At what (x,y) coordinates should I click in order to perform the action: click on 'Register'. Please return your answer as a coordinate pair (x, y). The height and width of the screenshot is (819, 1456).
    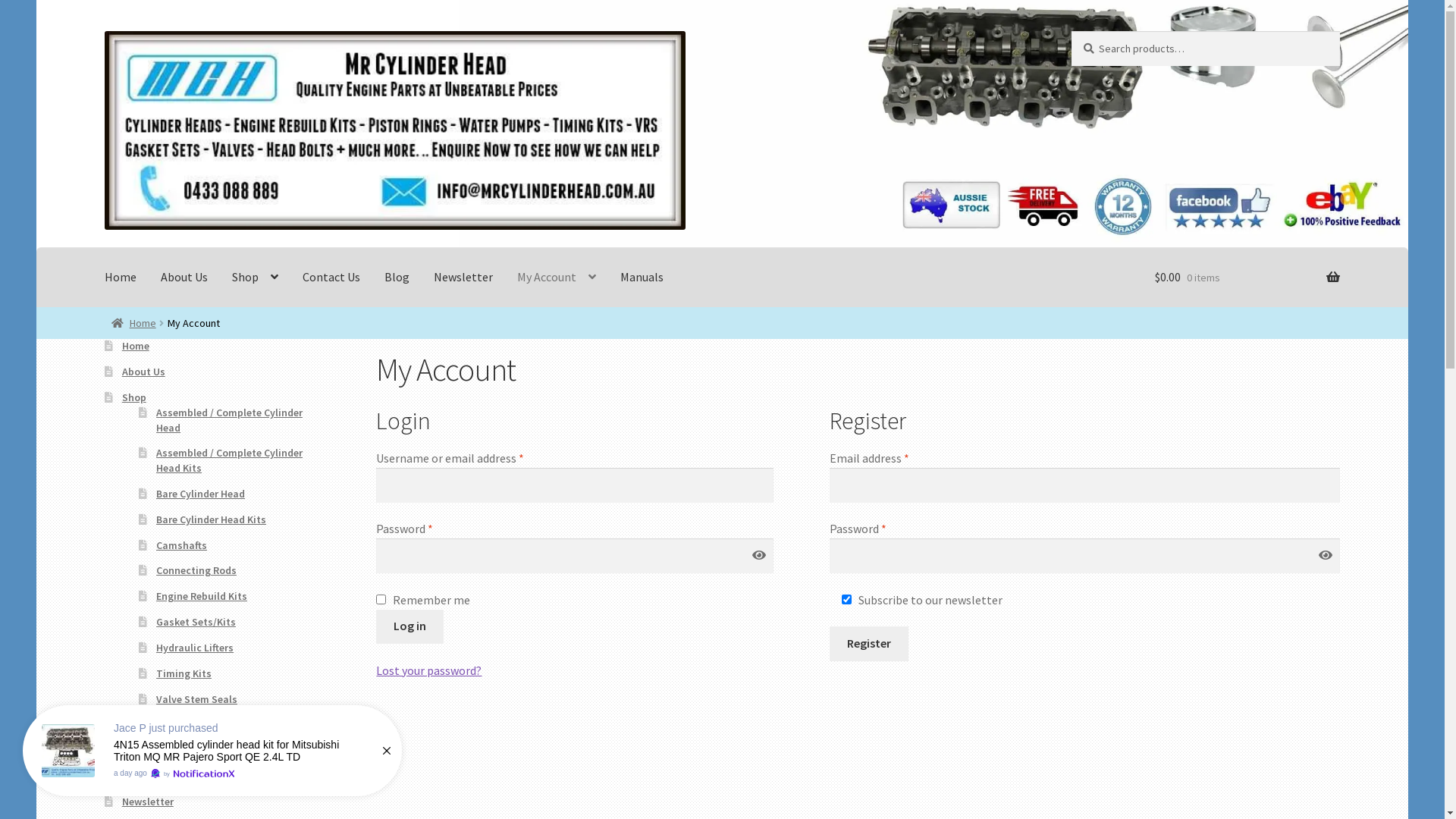
    Looking at the image, I should click on (868, 643).